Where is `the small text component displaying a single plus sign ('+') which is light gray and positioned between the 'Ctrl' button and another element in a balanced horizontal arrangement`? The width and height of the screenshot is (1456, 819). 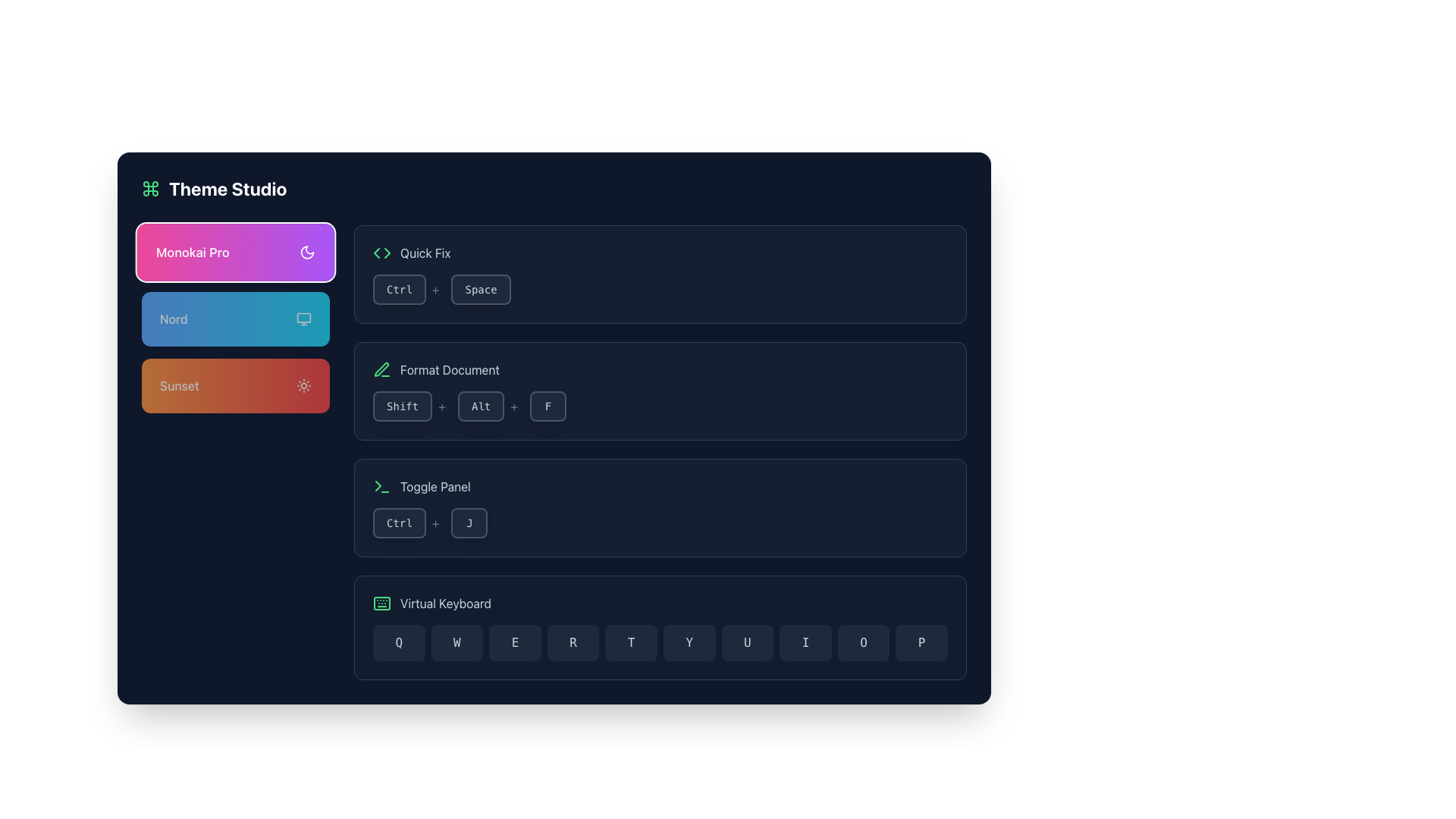
the small text component displaying a single plus sign ('+') which is light gray and positioned between the 'Ctrl' button and another element in a balanced horizontal arrangement is located at coordinates (435, 289).